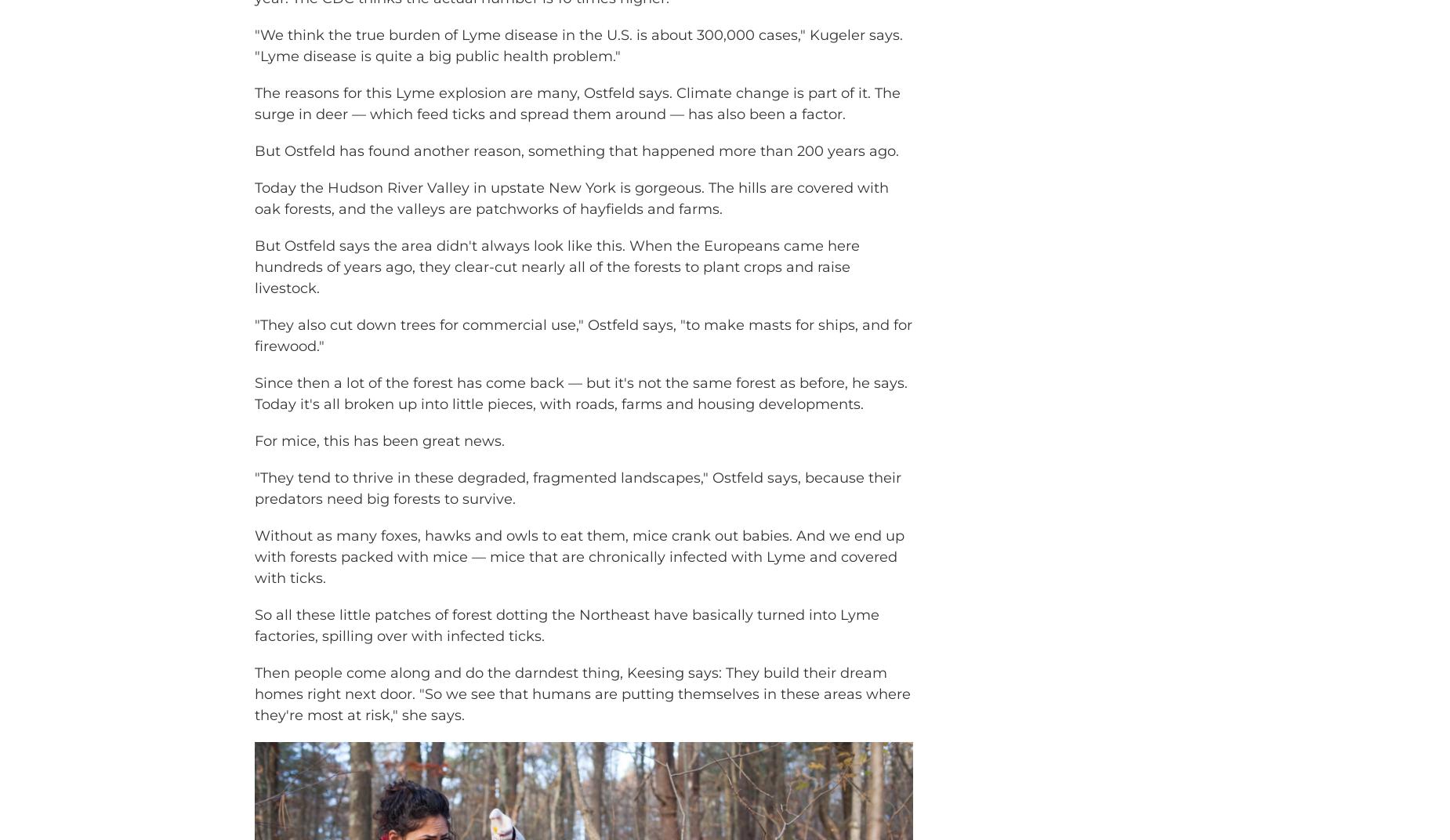  What do you see at coordinates (576, 174) in the screenshot?
I see `'But Ostfeld has found another reason, something that happened more than 200 years ago.'` at bounding box center [576, 174].